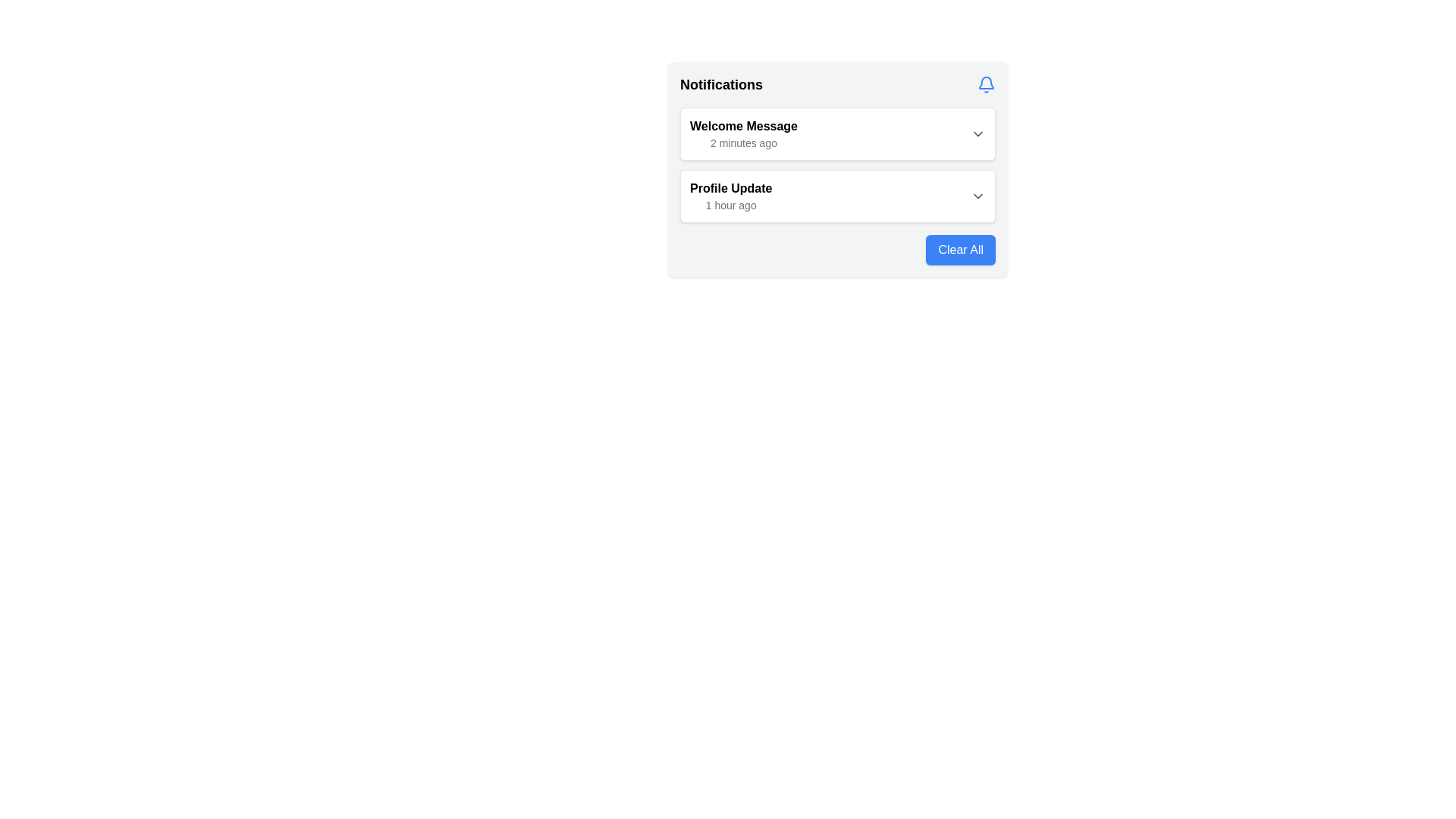  I want to click on the clear notifications button located at the bottom-right corner of the notification card, so click(960, 249).